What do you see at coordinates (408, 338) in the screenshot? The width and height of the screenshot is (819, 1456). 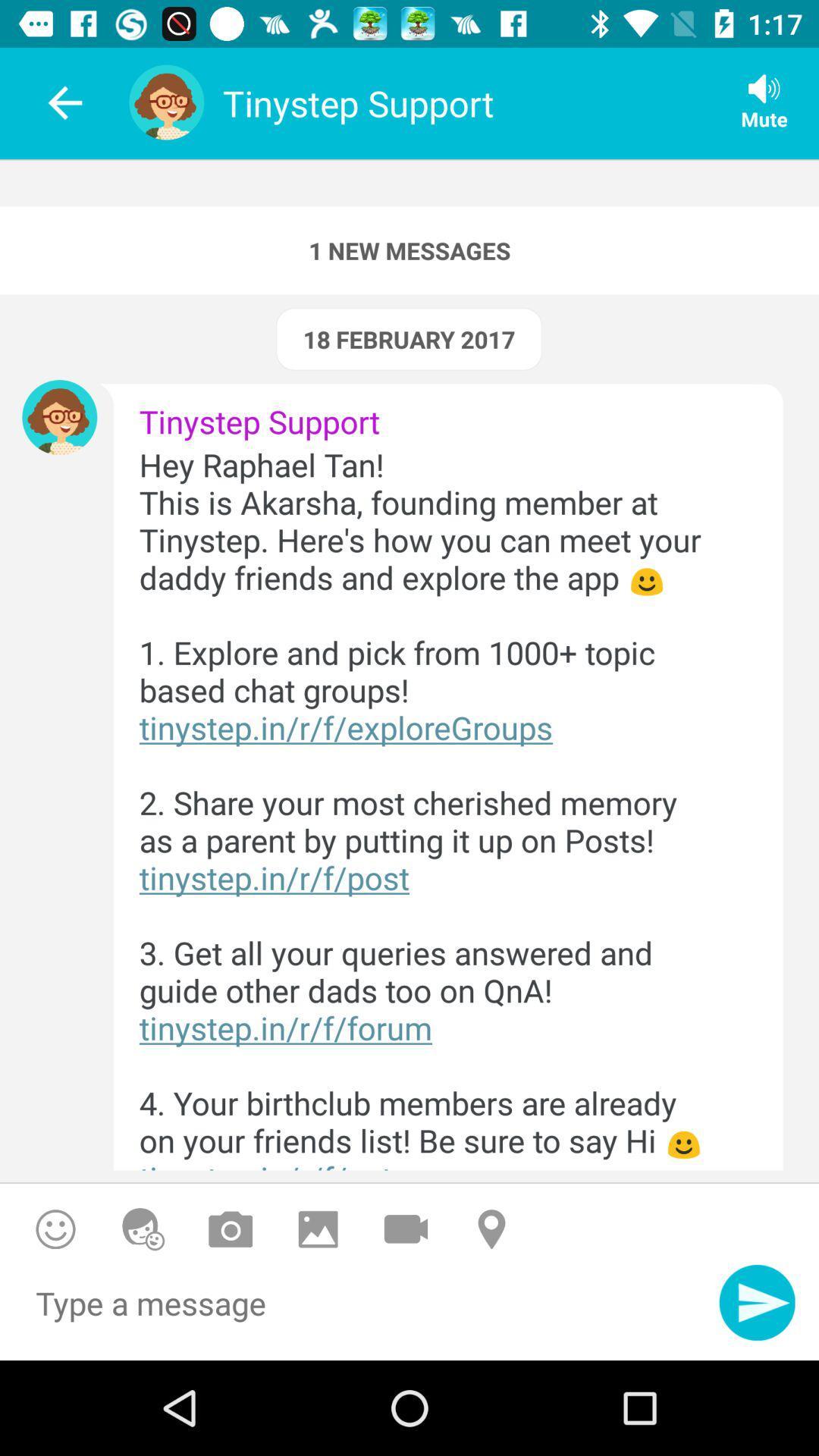 I see `18 february 2017 icon` at bounding box center [408, 338].